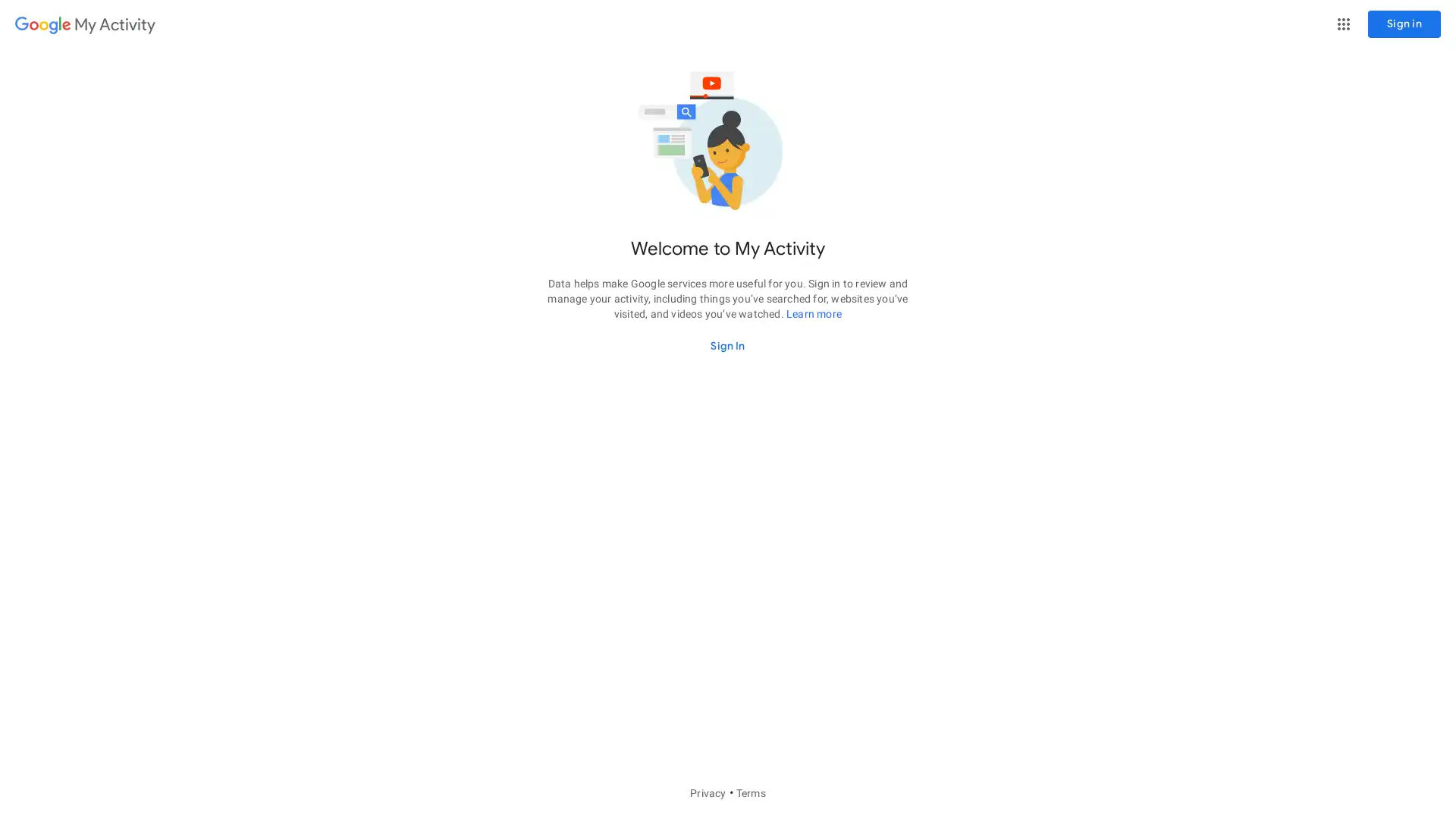  I want to click on Google apps, so click(1343, 24).